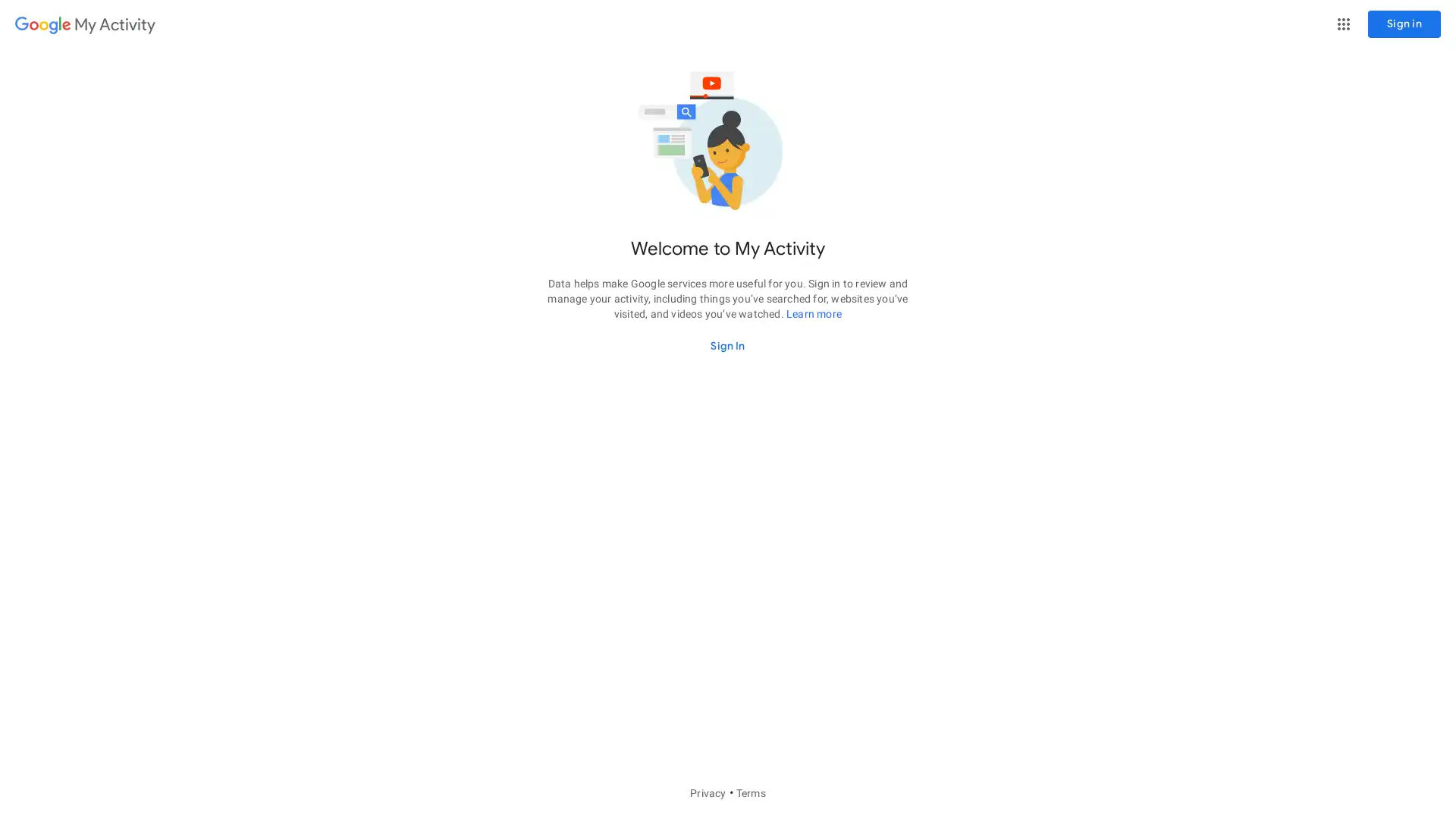  I want to click on Google apps, so click(1343, 24).